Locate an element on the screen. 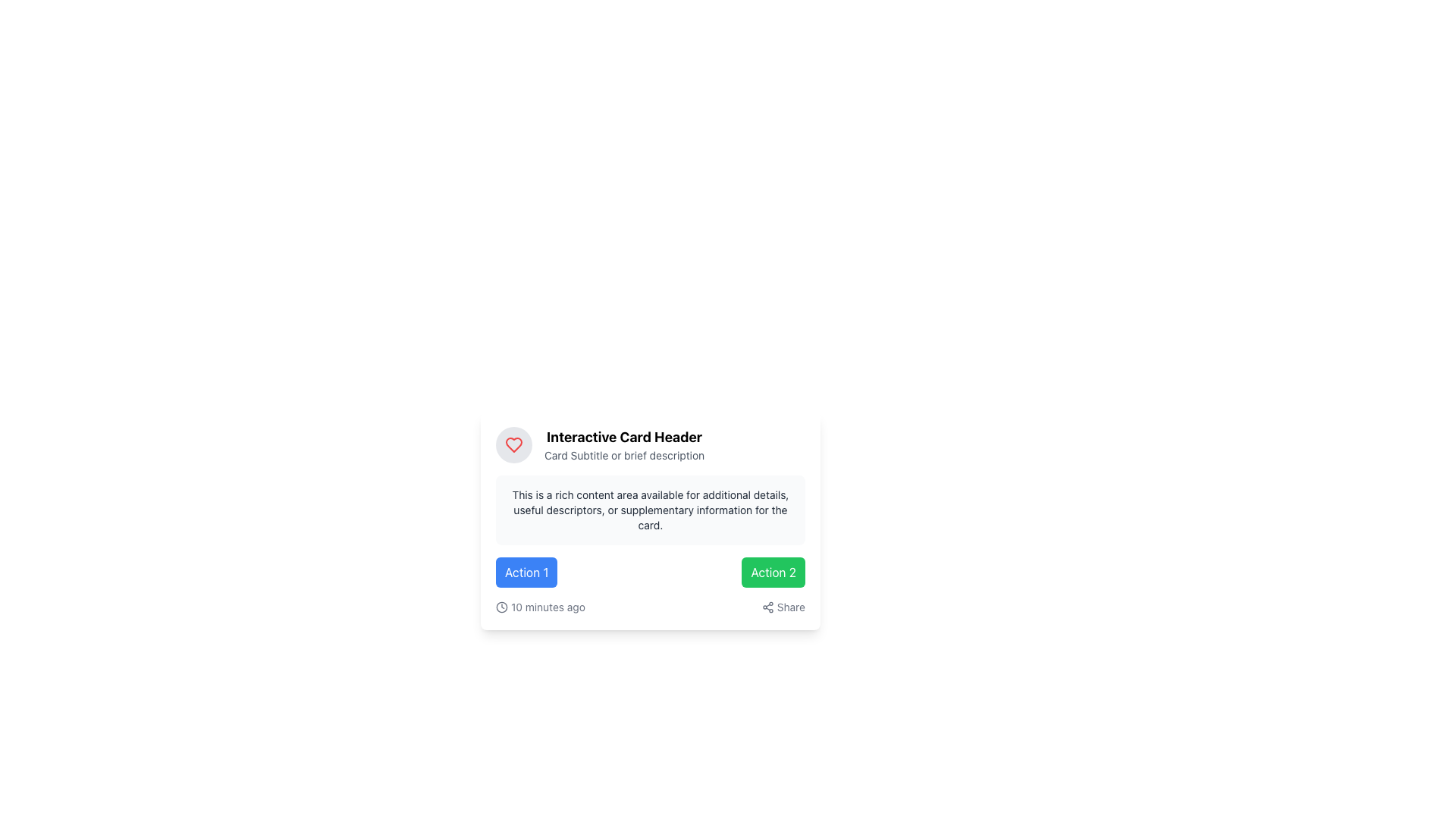 Image resolution: width=1456 pixels, height=819 pixels. the small circular clock icon located to the left of the text '10 minutes ago' in the bottom-left section of the card layout is located at coordinates (502, 607).